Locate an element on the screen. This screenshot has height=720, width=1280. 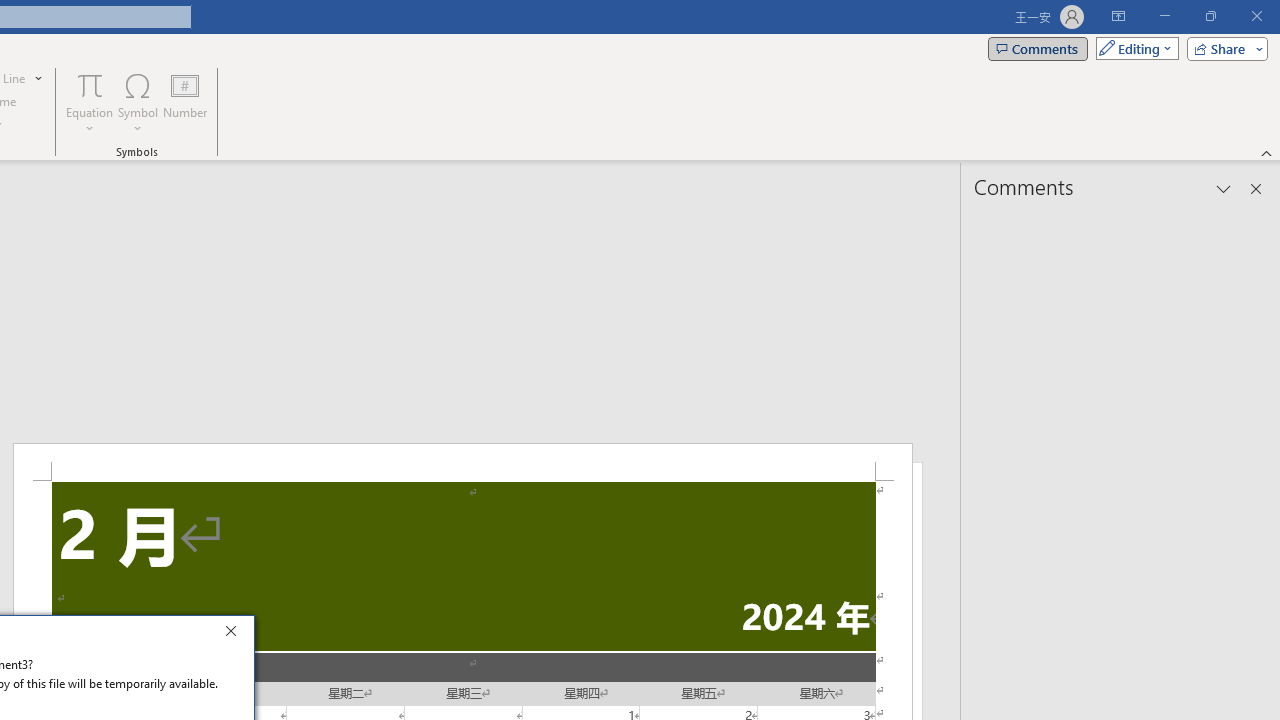
'Comments' is located at coordinates (1038, 47).